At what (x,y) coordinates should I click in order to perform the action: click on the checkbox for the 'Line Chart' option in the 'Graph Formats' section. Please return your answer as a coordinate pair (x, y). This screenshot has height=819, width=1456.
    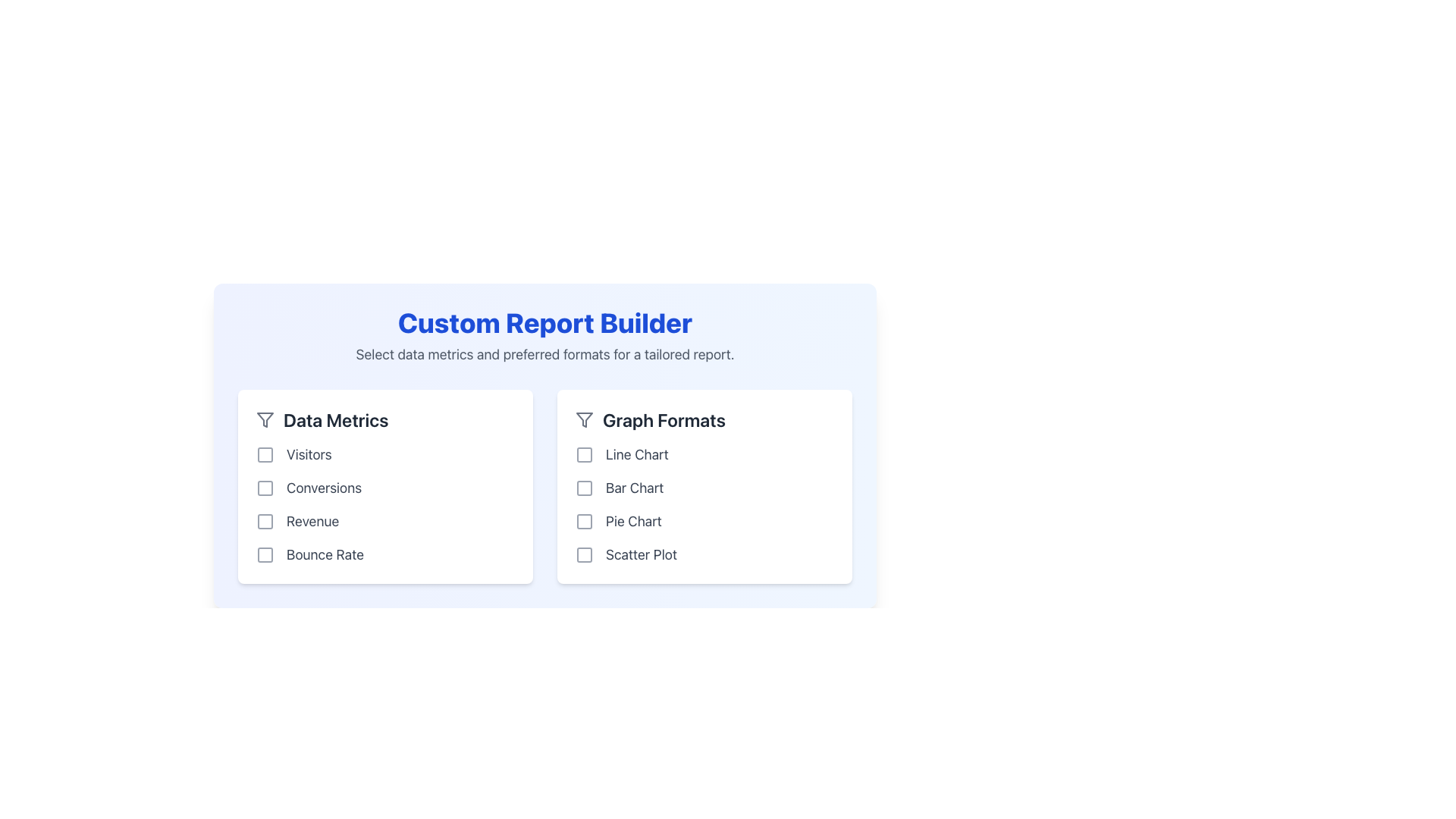
    Looking at the image, I should click on (704, 454).